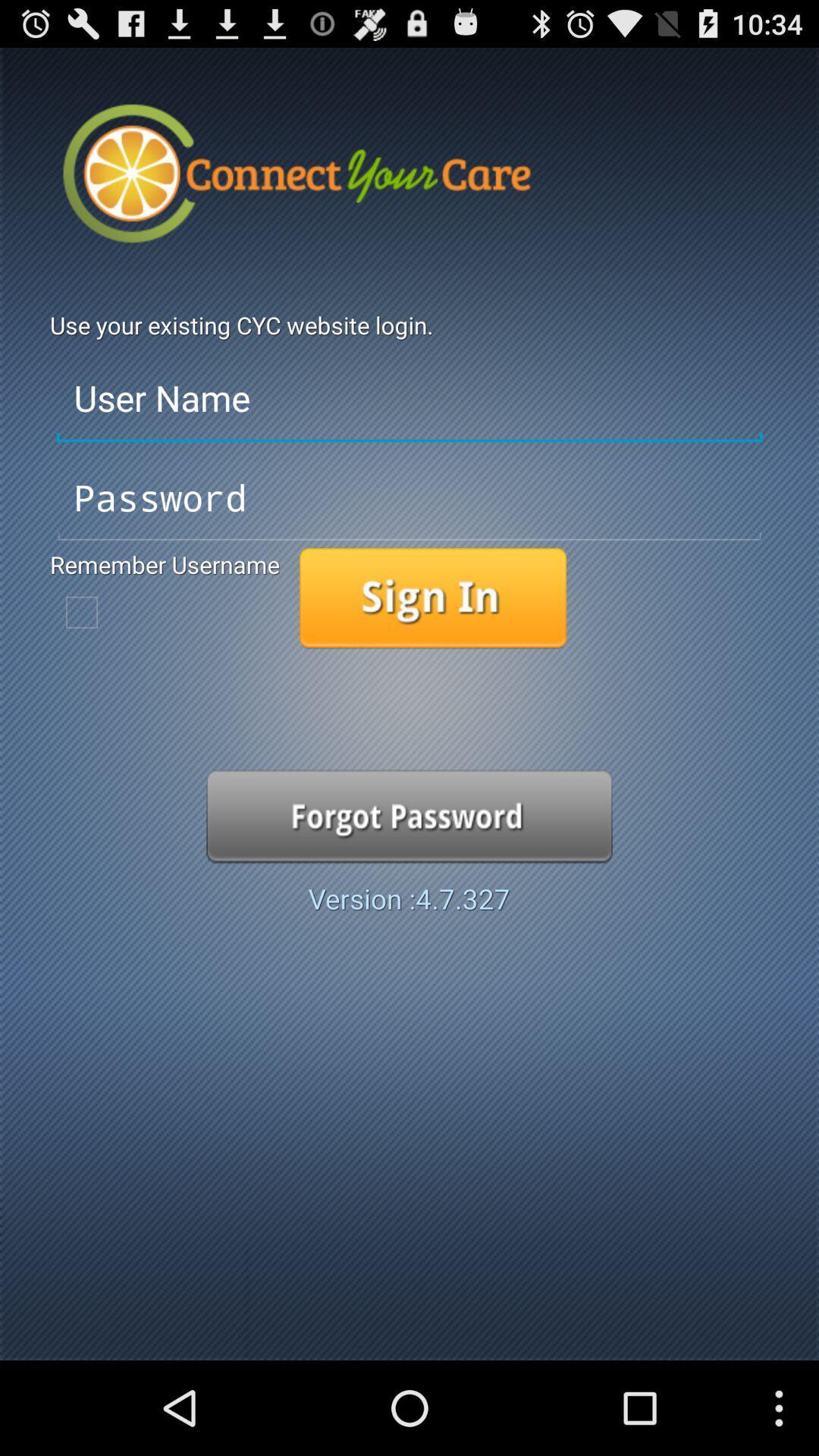 Image resolution: width=819 pixels, height=1456 pixels. I want to click on item below the remember username, so click(82, 612).